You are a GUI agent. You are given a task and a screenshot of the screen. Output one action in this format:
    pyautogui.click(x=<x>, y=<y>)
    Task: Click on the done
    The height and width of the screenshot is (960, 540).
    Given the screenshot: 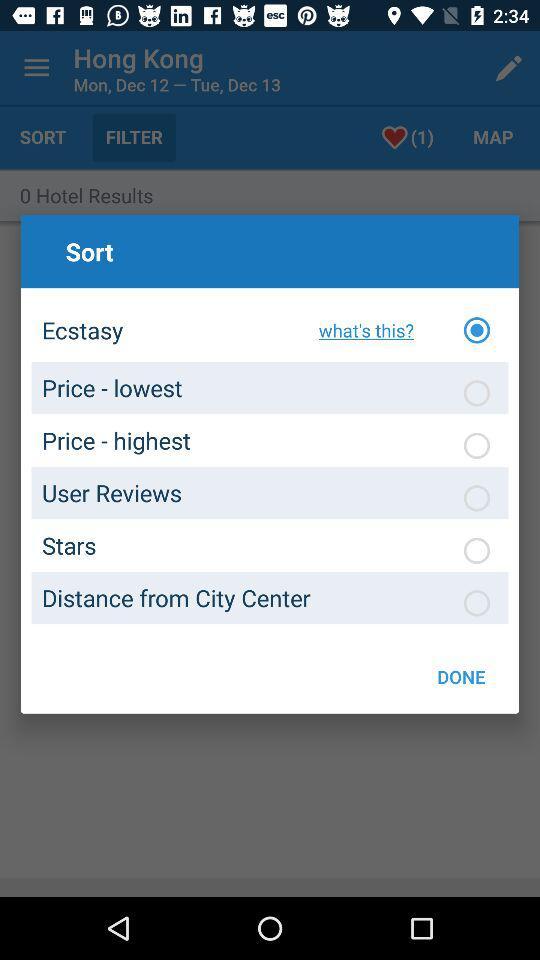 What is the action you would take?
    pyautogui.click(x=461, y=676)
    